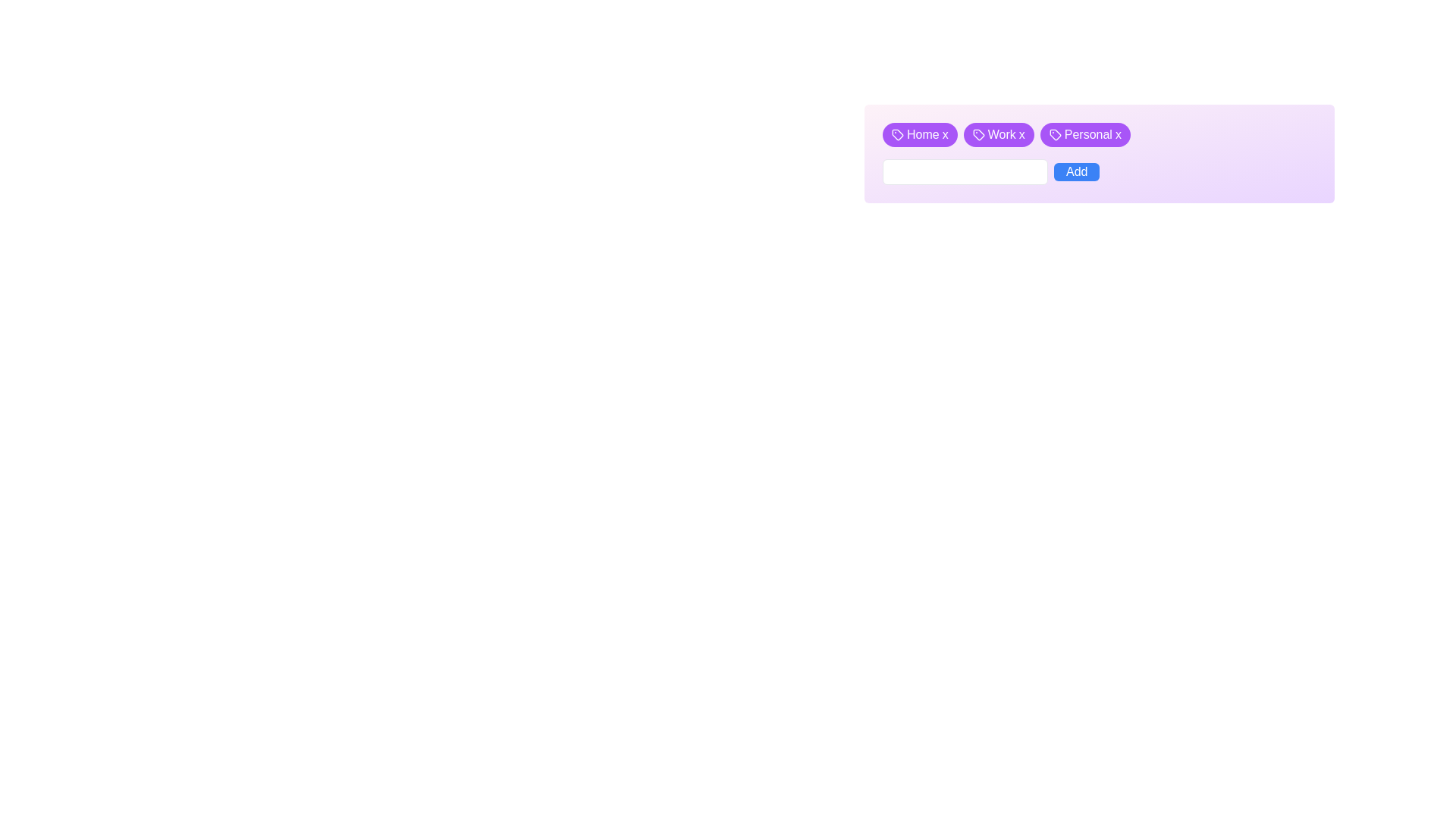  What do you see at coordinates (1076, 171) in the screenshot?
I see `the 'Add' button, which is a rectangular button with rounded edges, styled in blue with white text, located at the far-right side of a horizontal section` at bounding box center [1076, 171].